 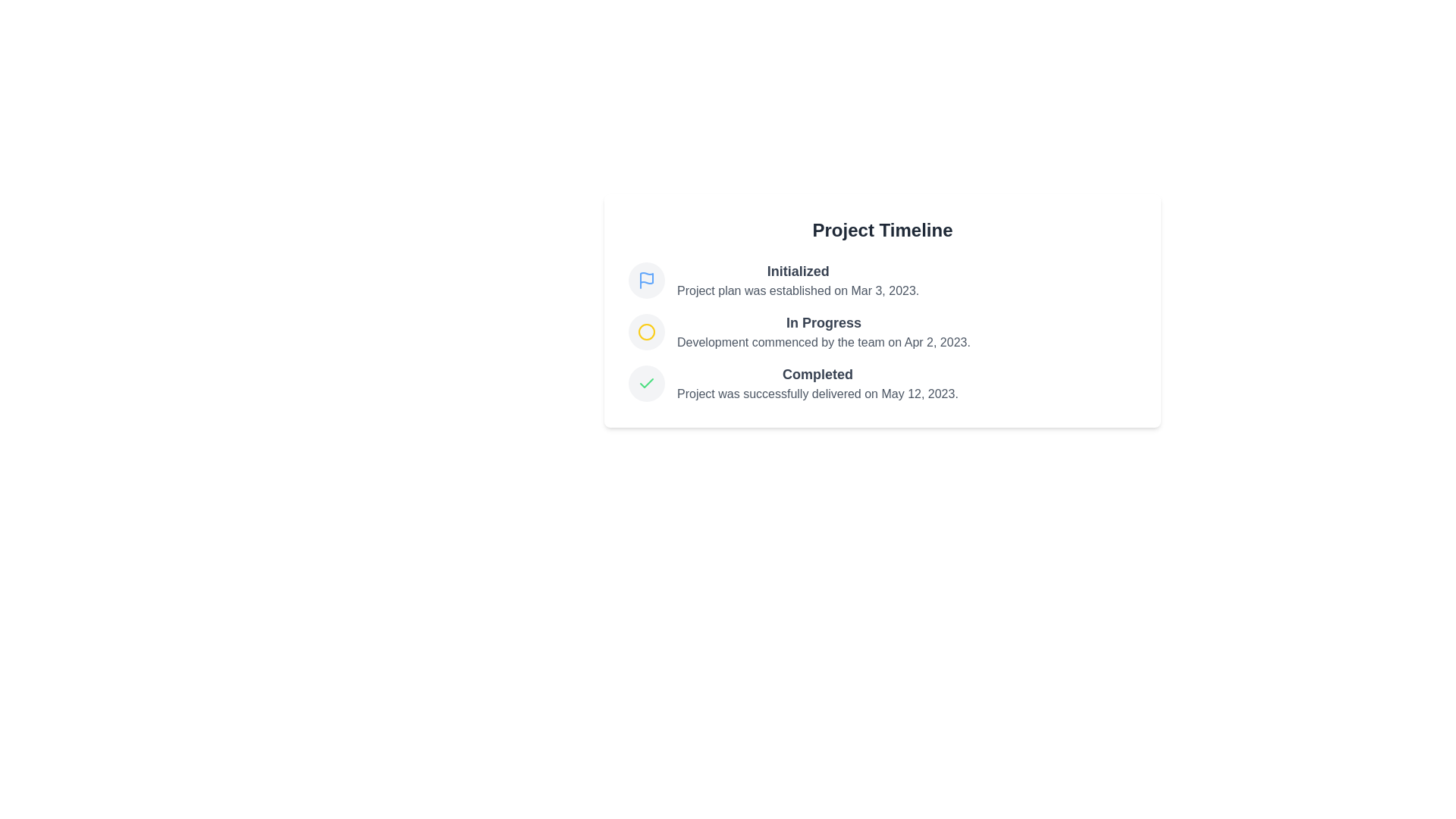 I want to click on the 'Completed' status icon in the project timeline located in the third row, which indicates successful completion of the associated phase, so click(x=647, y=382).